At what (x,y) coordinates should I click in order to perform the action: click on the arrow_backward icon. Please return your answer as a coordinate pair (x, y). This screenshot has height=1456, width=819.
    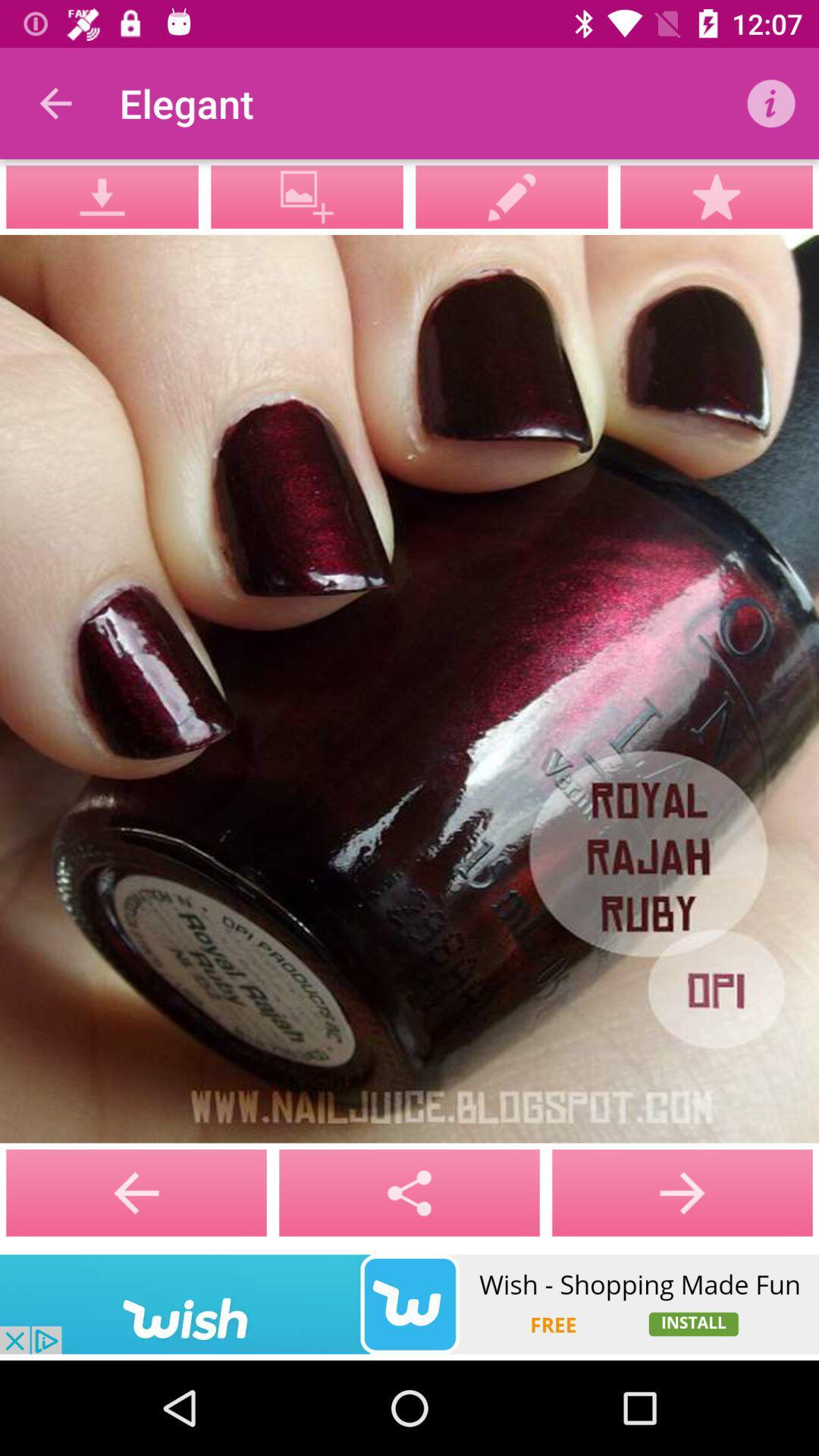
    Looking at the image, I should click on (409, 1192).